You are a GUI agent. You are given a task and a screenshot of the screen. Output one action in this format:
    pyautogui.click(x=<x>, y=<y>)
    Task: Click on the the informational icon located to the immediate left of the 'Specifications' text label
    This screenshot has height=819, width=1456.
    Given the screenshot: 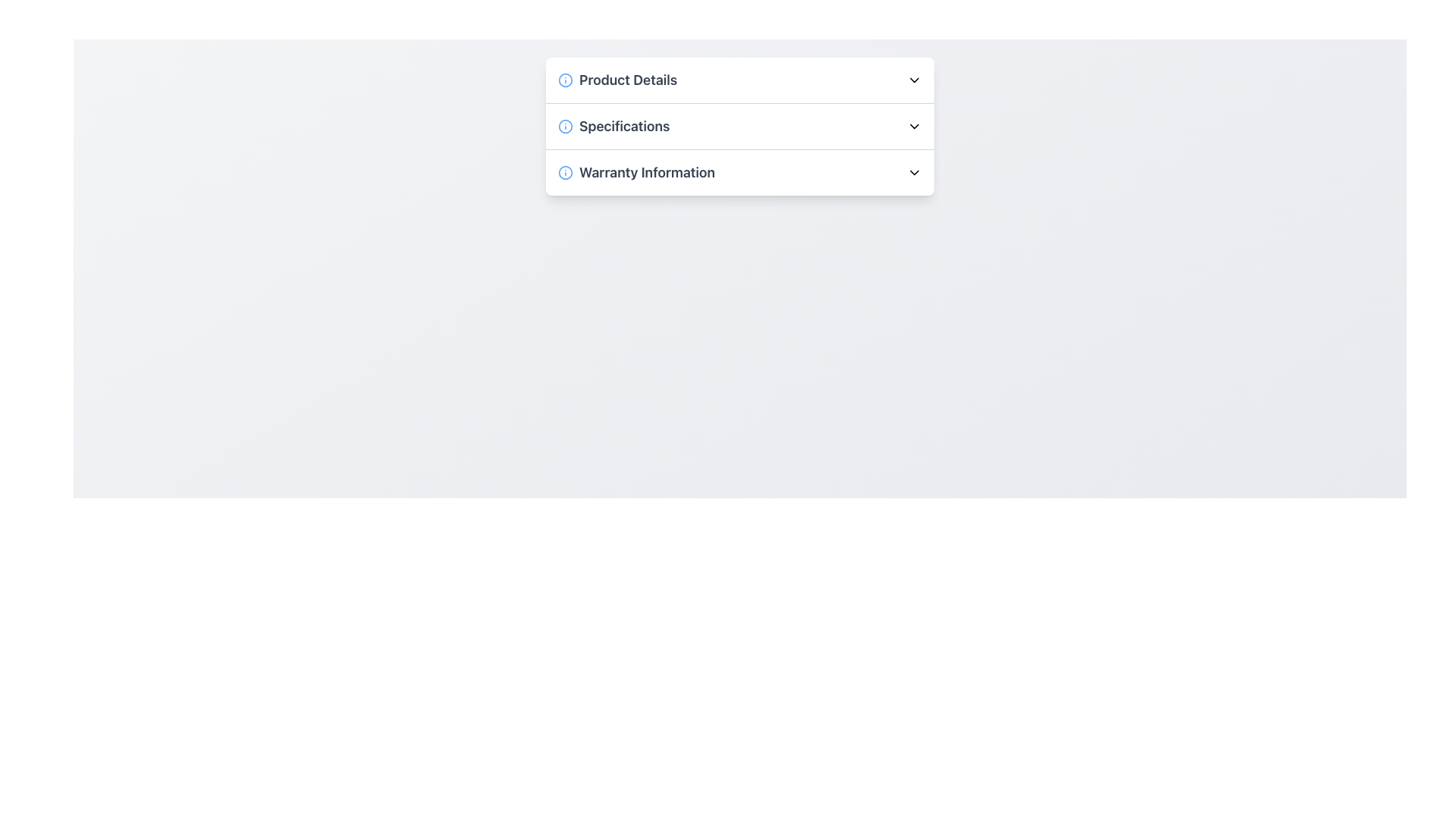 What is the action you would take?
    pyautogui.click(x=564, y=125)
    